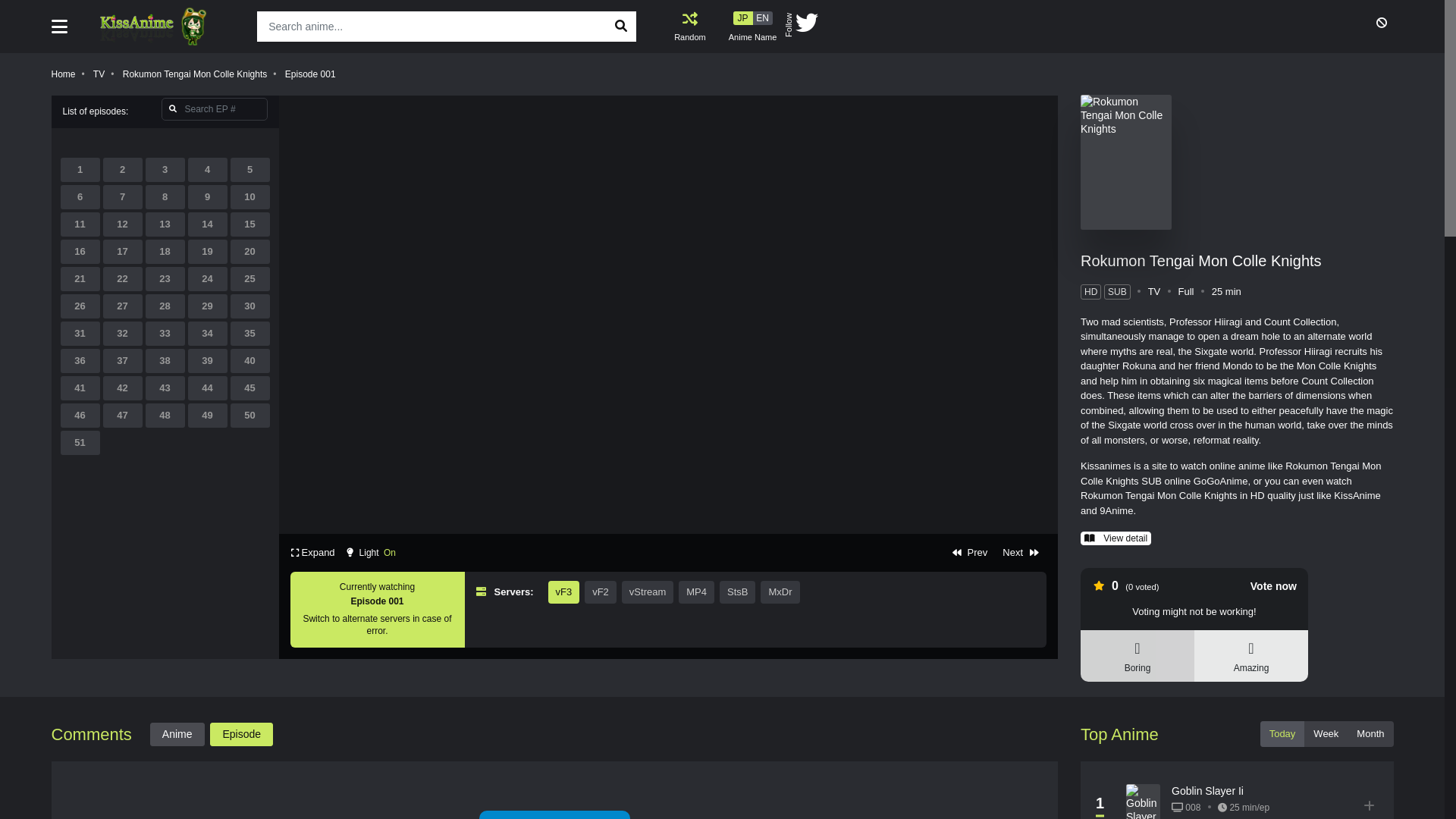 The width and height of the screenshot is (1456, 819). Describe the element at coordinates (123, 169) in the screenshot. I see `'2'` at that location.